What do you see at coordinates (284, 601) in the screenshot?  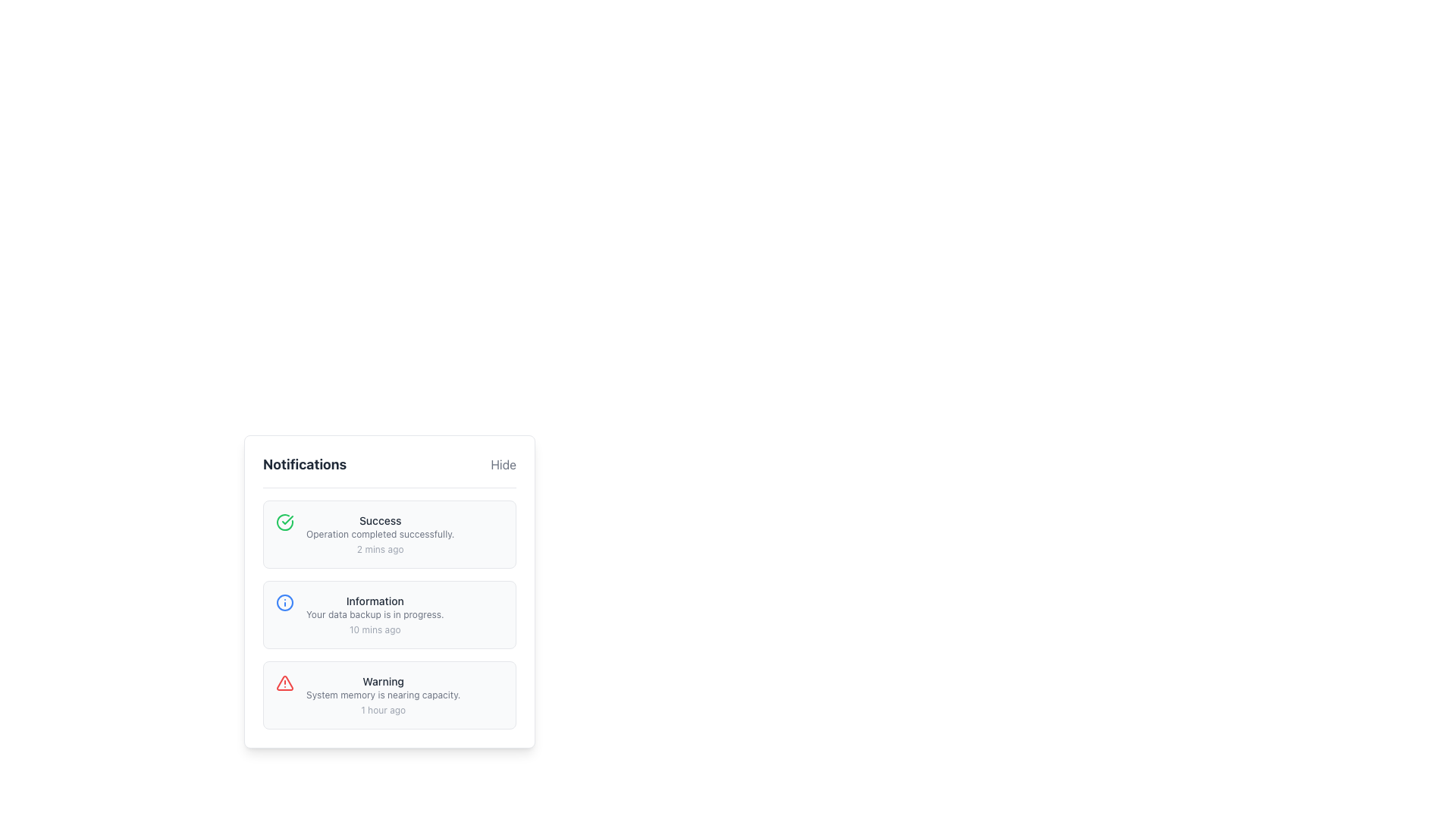 I see `the informational message icon located on the left side of the second notification card, next to the text 'Information Your data backup is in progress. 10 mins ago.'` at bounding box center [284, 601].